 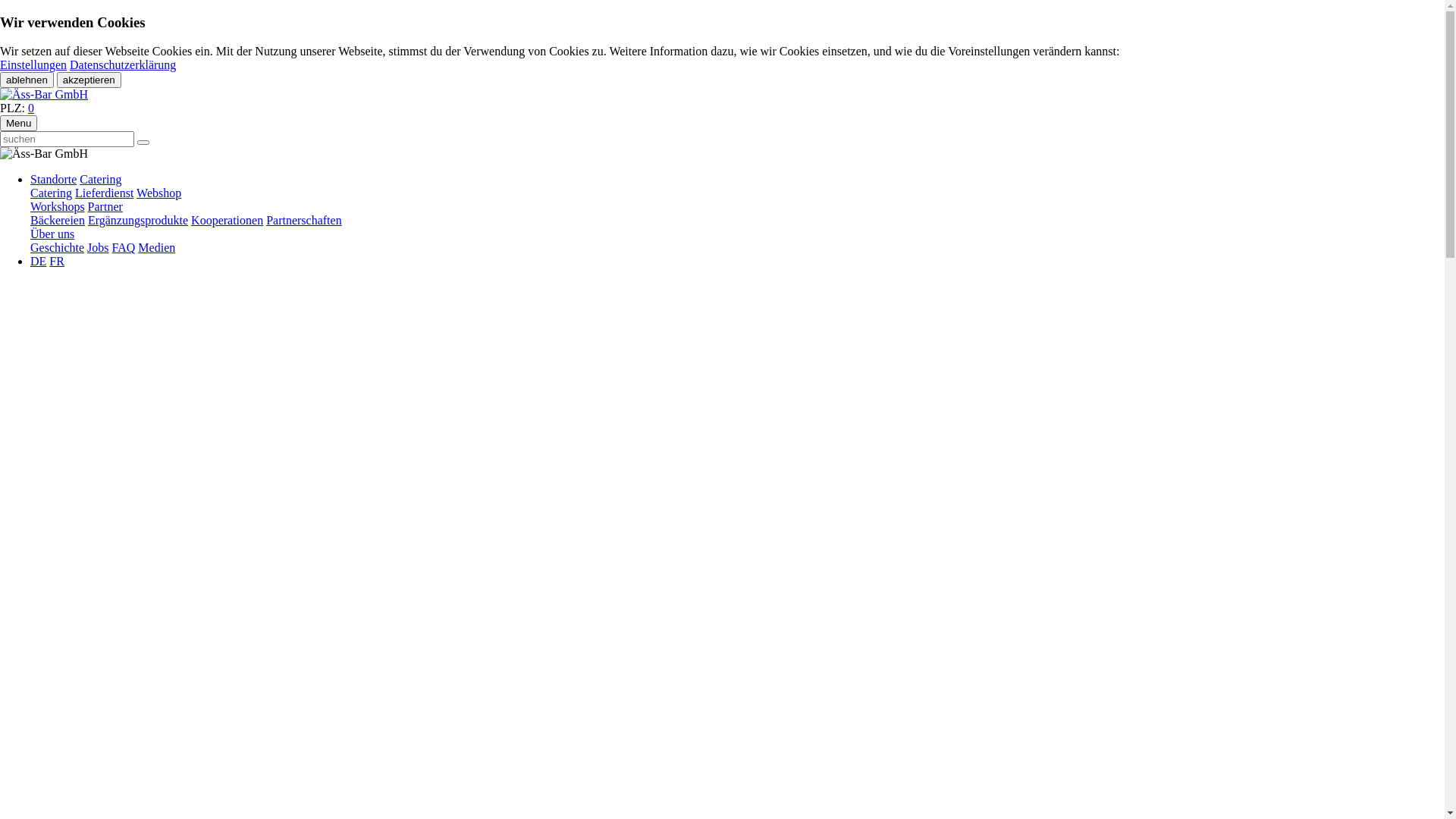 What do you see at coordinates (105, 206) in the screenshot?
I see `'Partner'` at bounding box center [105, 206].